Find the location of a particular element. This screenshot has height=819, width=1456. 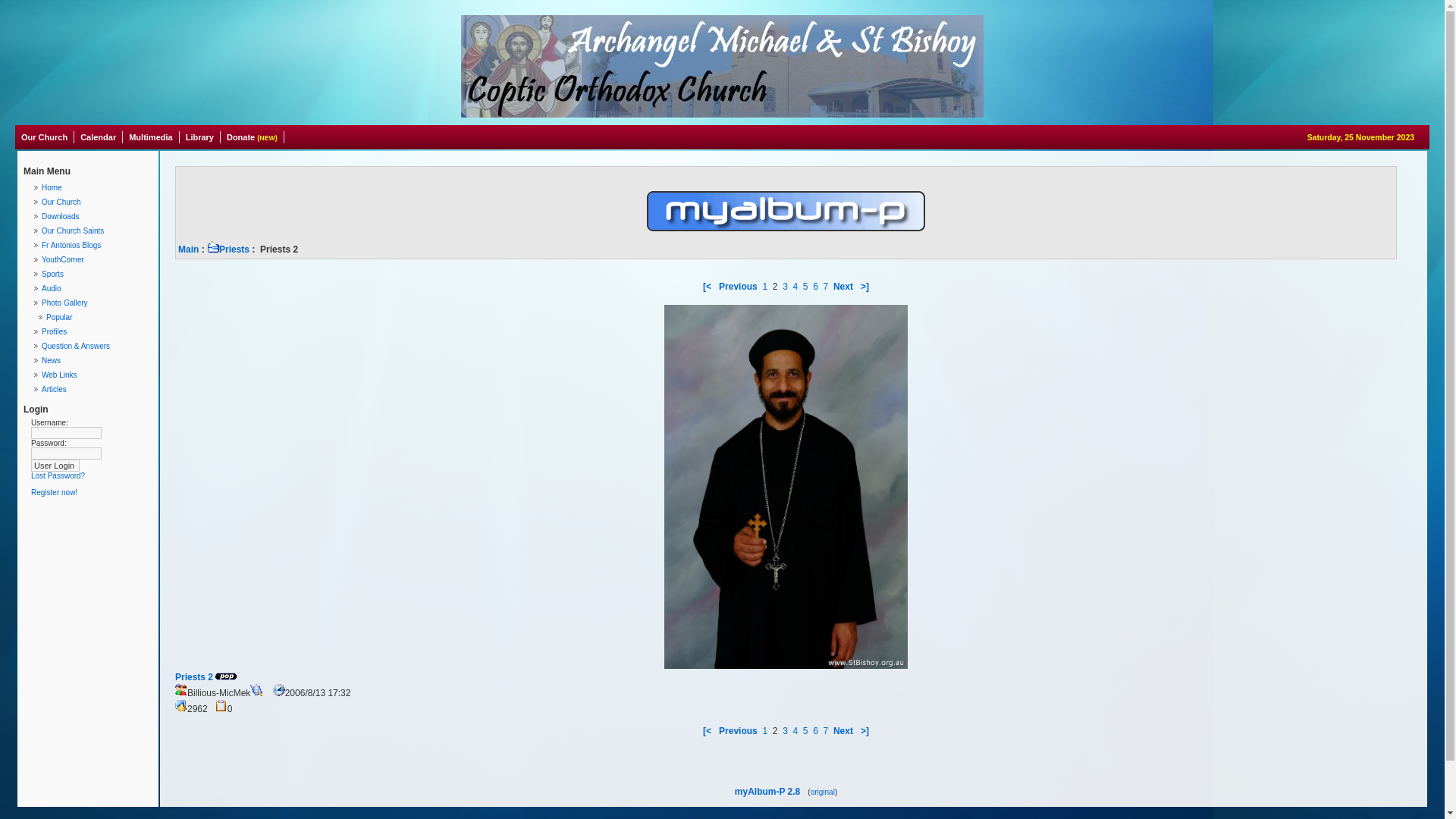

'Profiles' is located at coordinates (90, 331).